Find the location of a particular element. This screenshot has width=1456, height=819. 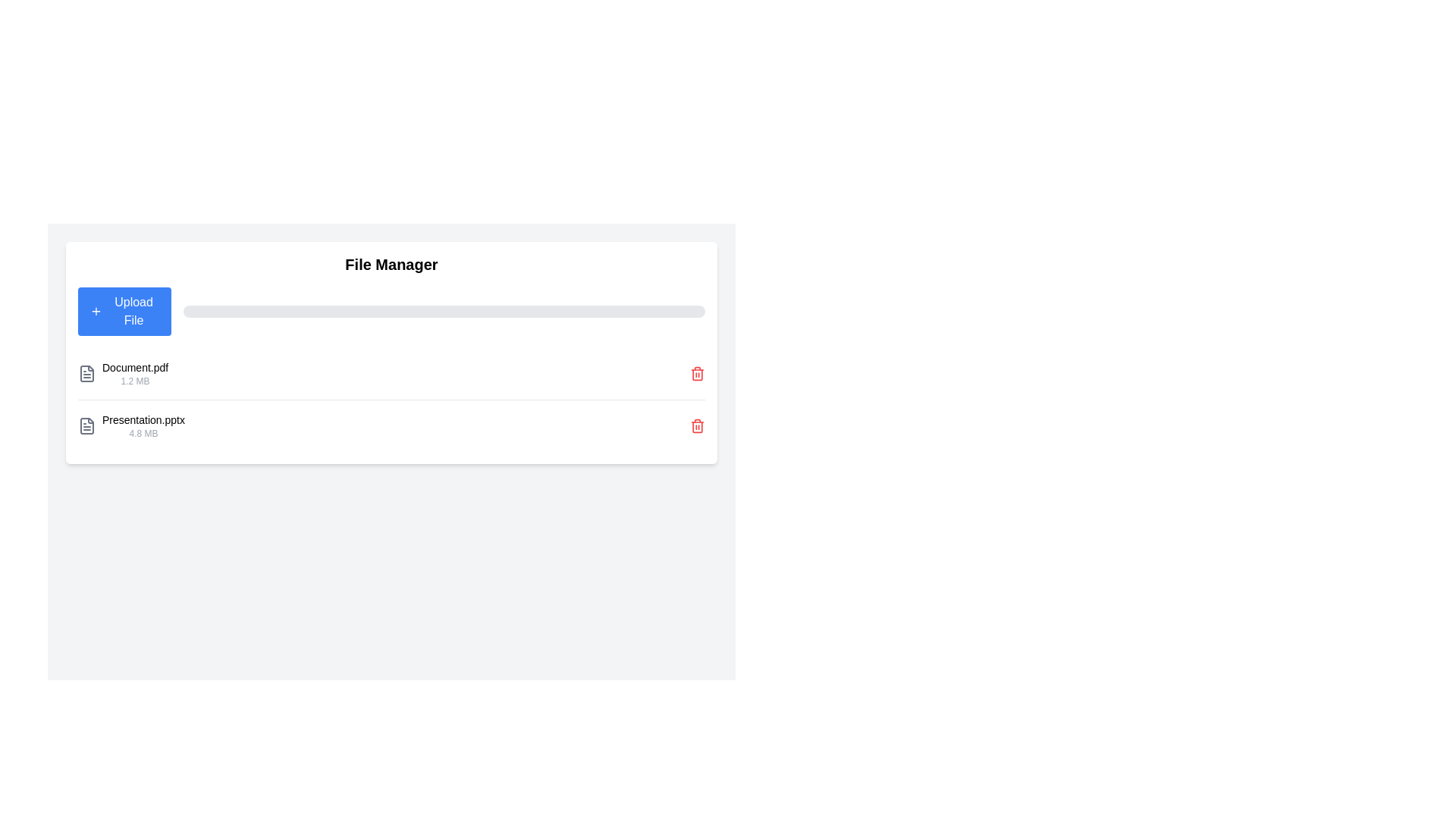

the red trashcan icon button located to the far right of the file list entry for 'Presentation.pptx' is located at coordinates (697, 426).